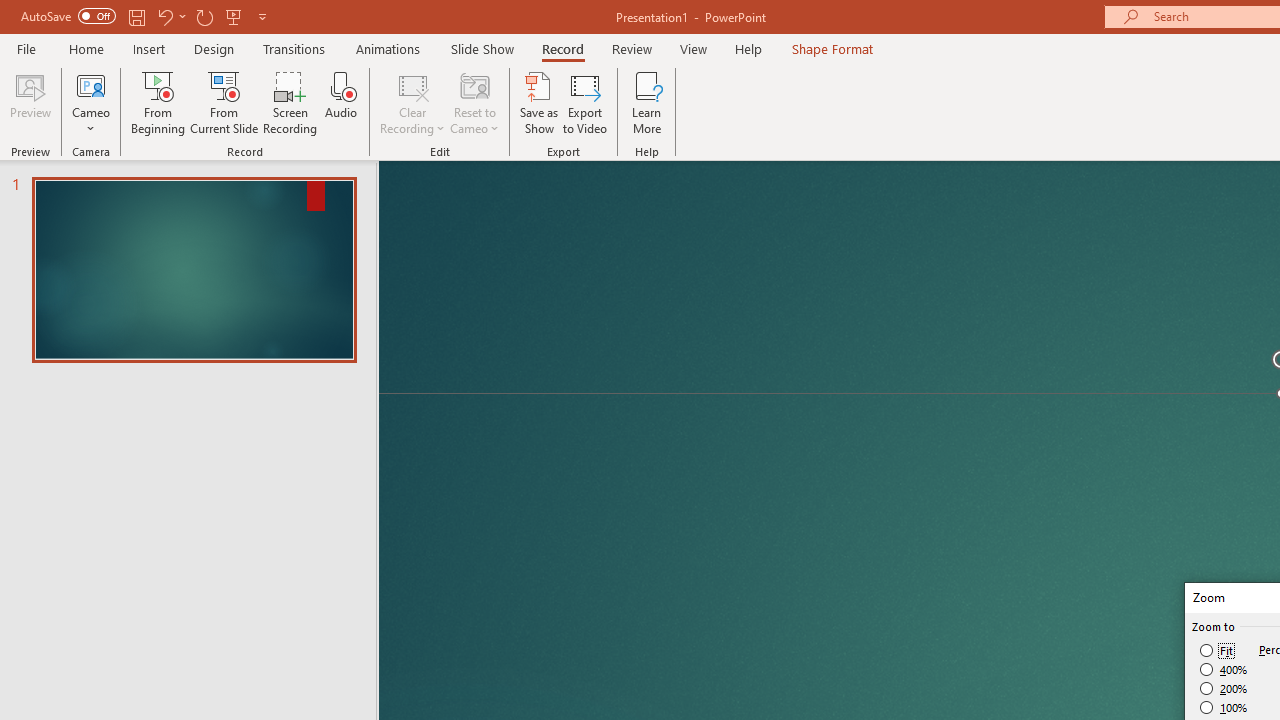  Describe the element at coordinates (289, 103) in the screenshot. I see `'Screen Recording'` at that location.